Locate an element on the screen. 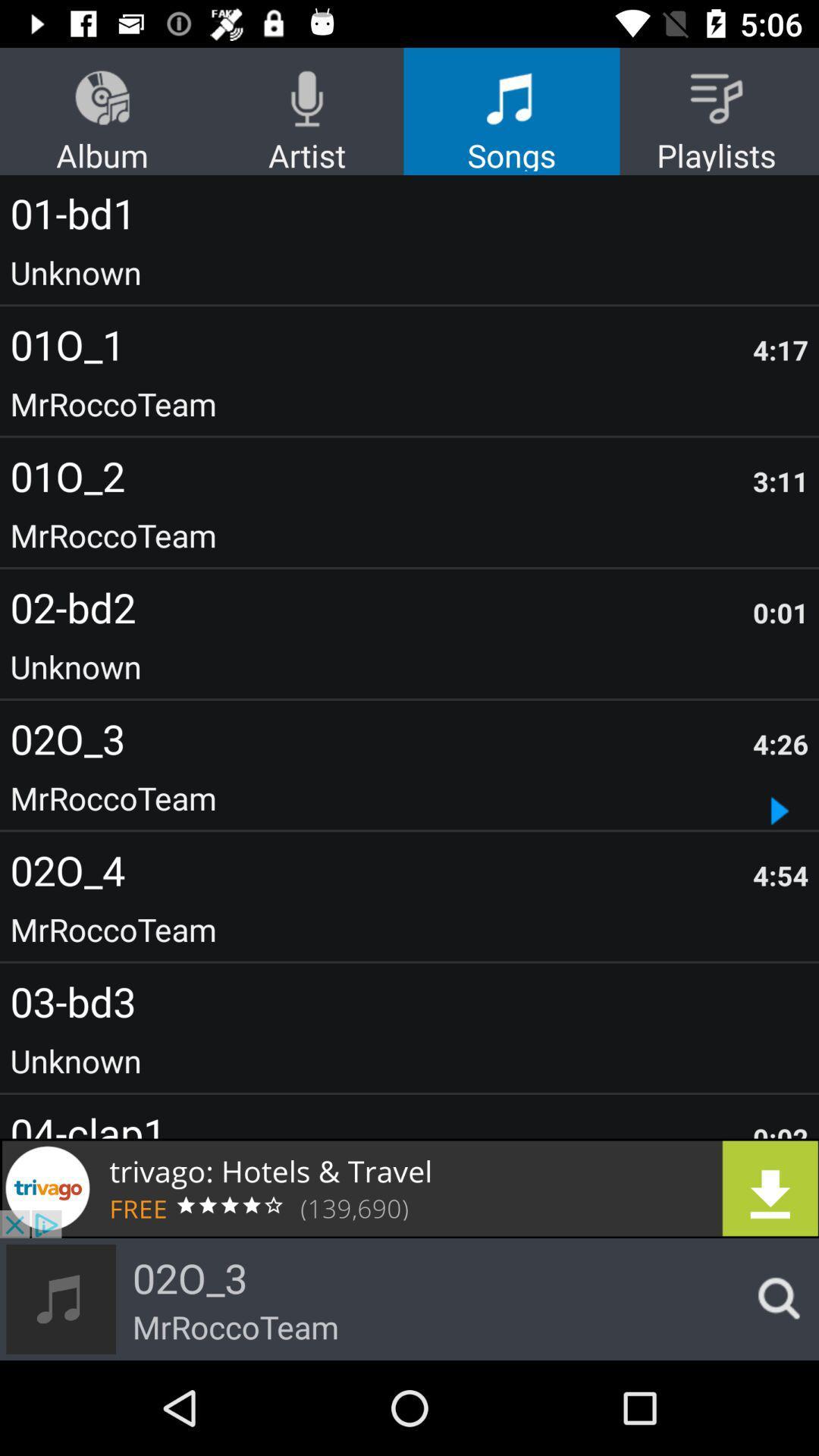 The image size is (819, 1456). advertisement link is located at coordinates (409, 1188).